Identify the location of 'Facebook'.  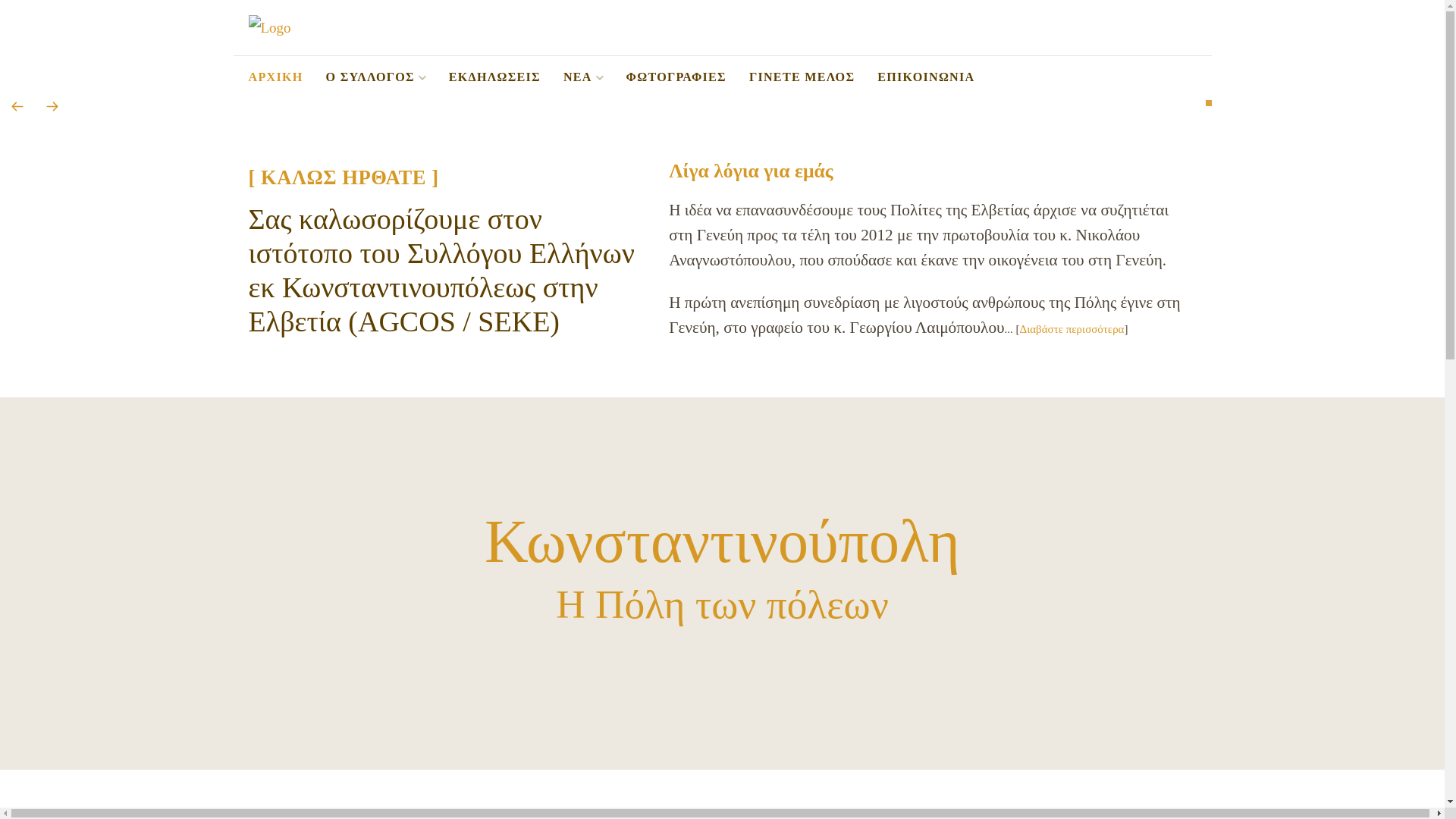
(1185, 77).